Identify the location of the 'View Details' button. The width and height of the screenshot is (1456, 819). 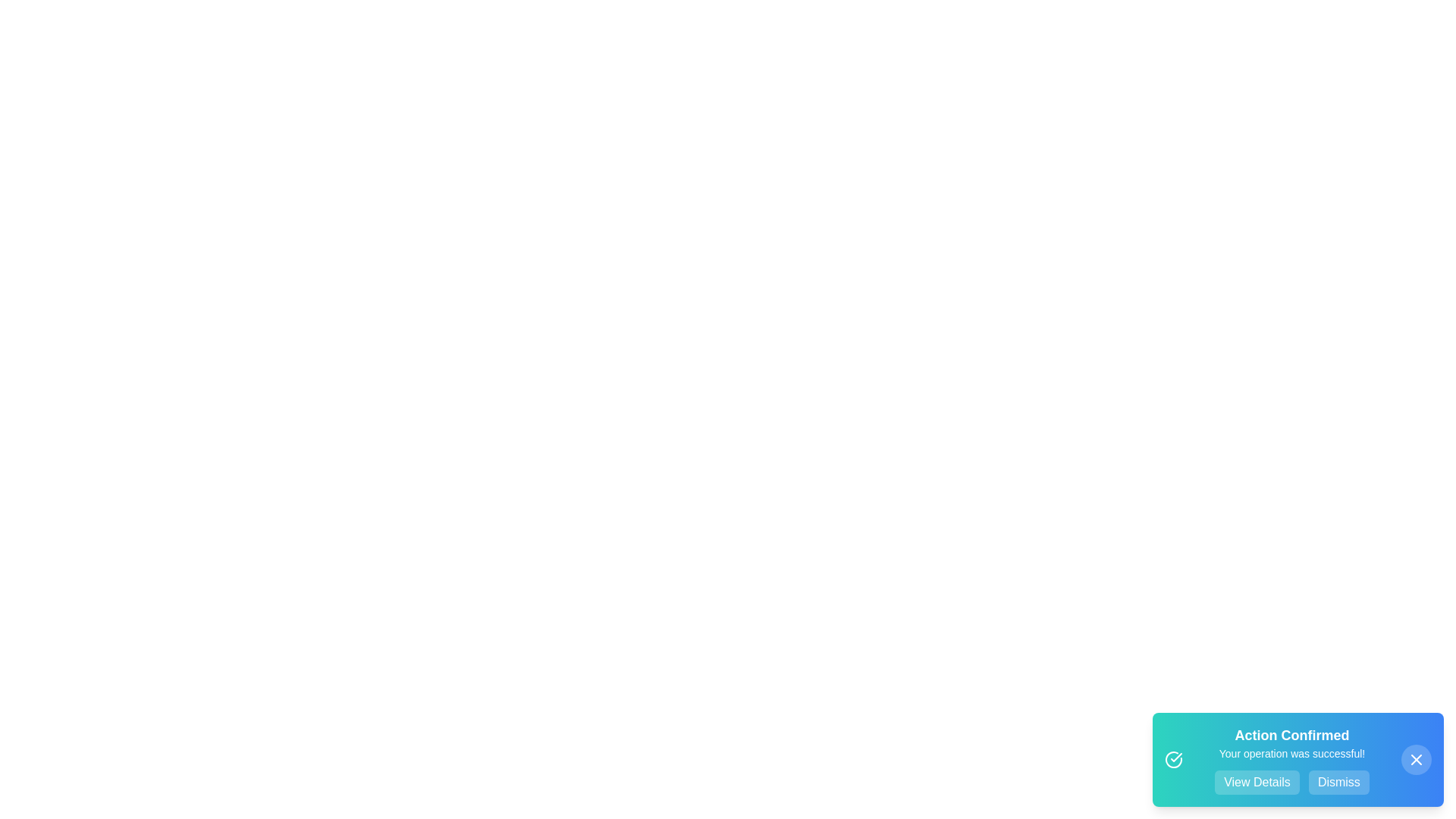
(1257, 783).